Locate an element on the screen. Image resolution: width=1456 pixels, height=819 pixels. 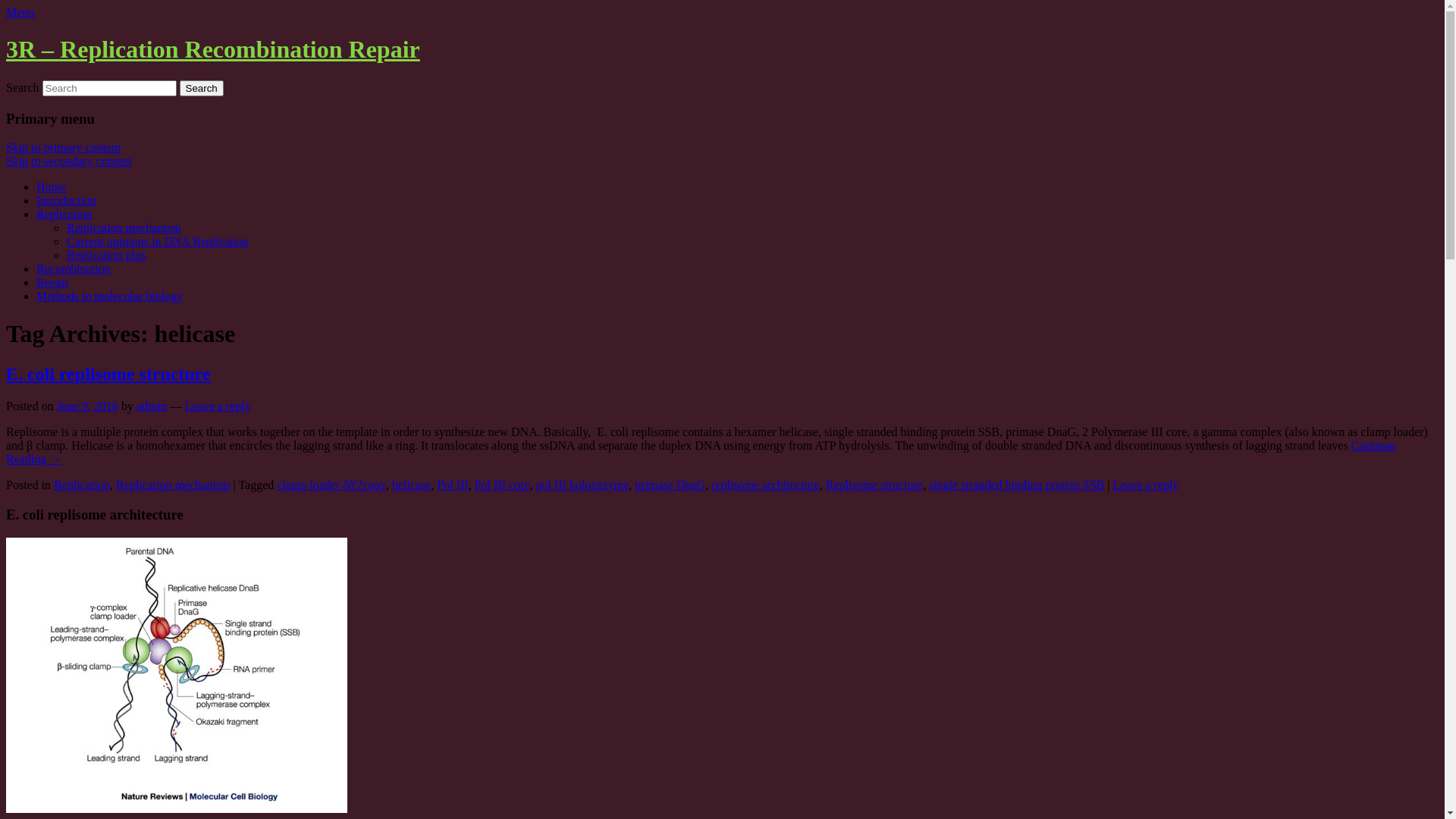
'Skip to secondary content' is located at coordinates (68, 161).